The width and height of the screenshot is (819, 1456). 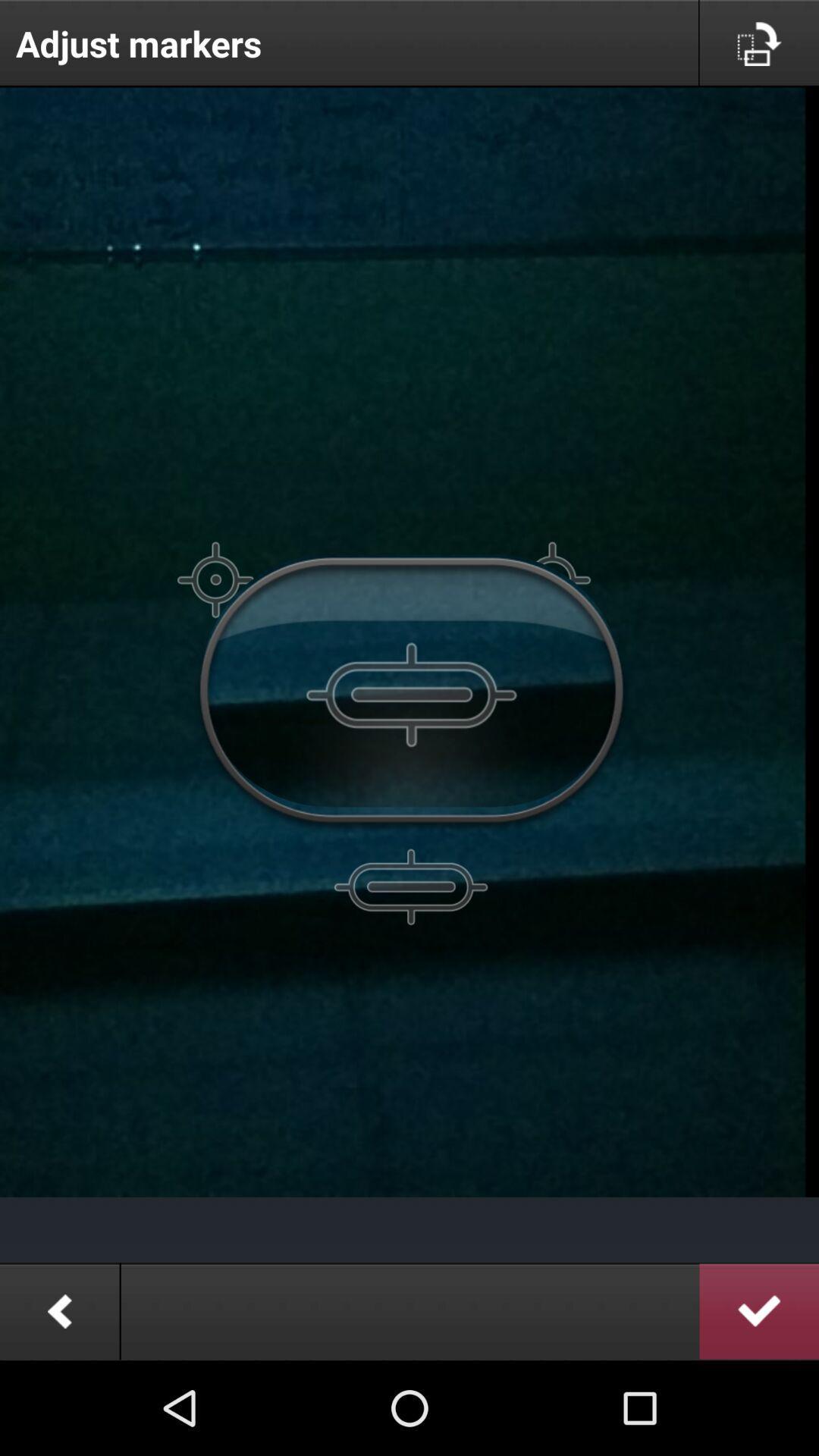 What do you see at coordinates (58, 1402) in the screenshot?
I see `the arrow_backward icon` at bounding box center [58, 1402].